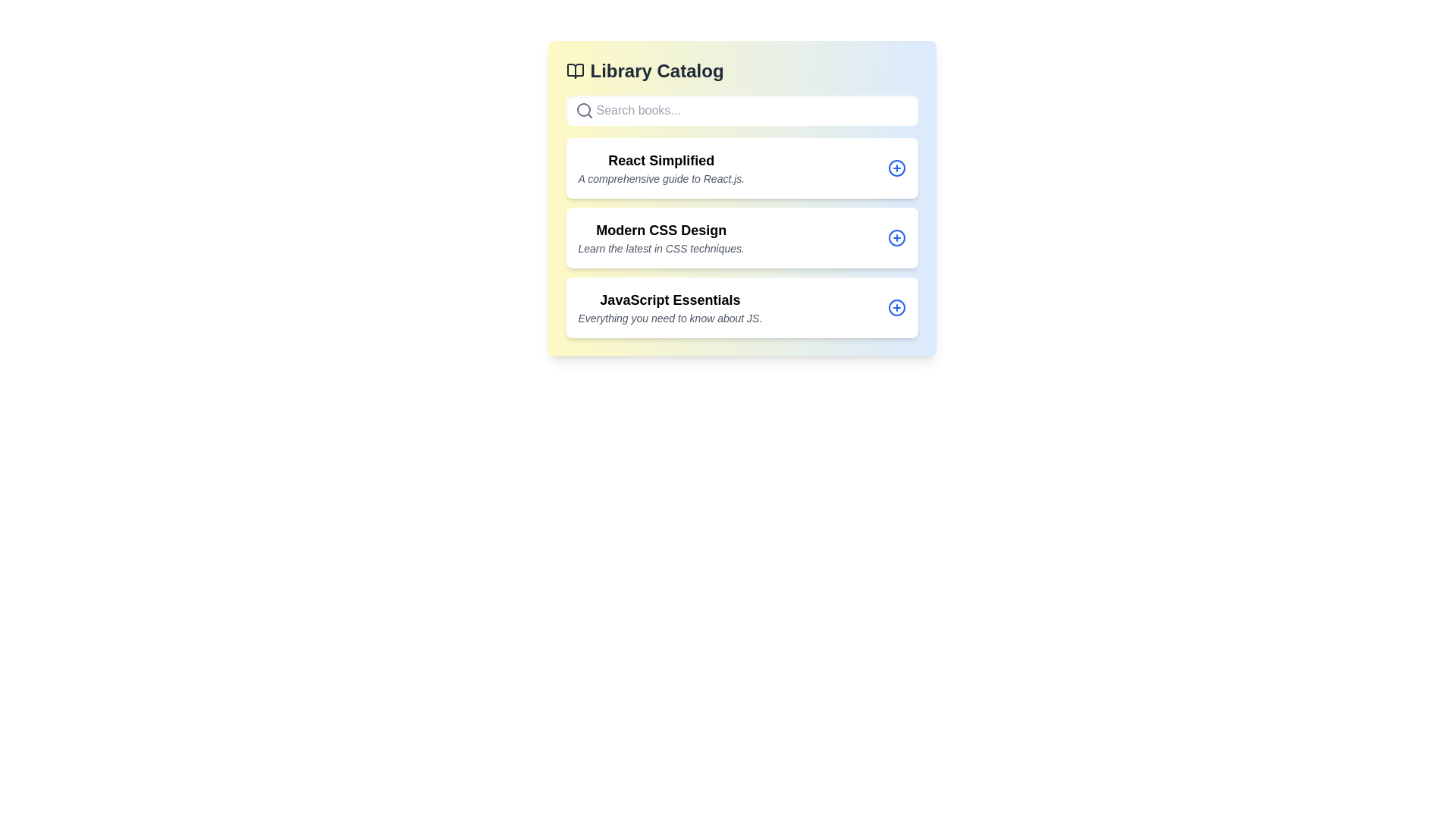  What do you see at coordinates (742, 237) in the screenshot?
I see `the book entry corresponding to the title Modern CSS Design to view its details` at bounding box center [742, 237].